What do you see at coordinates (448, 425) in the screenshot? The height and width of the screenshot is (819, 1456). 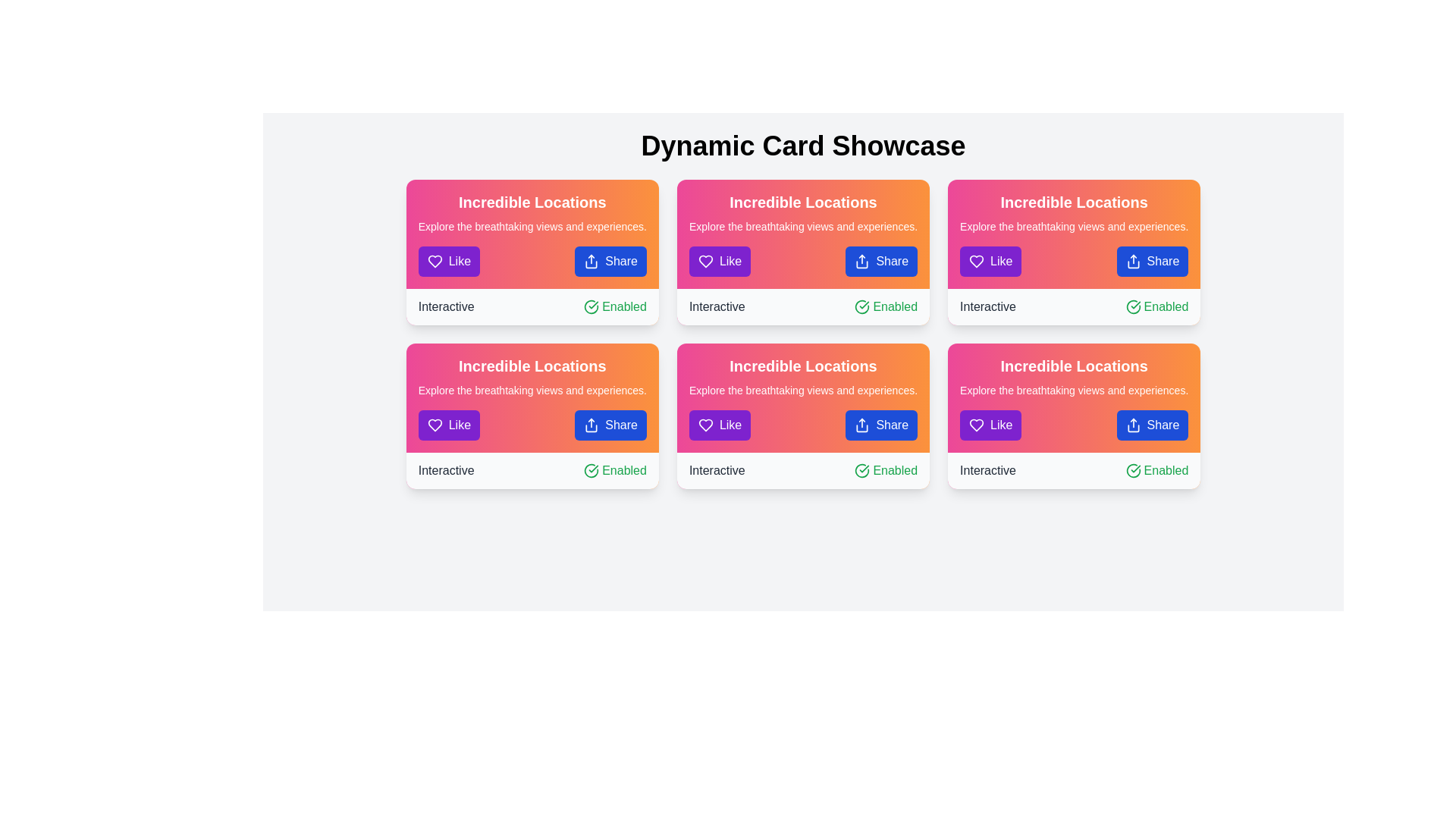 I see `the 'Like' button, which is a rectangular button with a vibrant purple background and a white heart icon, located in the bottom left card of a grid layout` at bounding box center [448, 425].